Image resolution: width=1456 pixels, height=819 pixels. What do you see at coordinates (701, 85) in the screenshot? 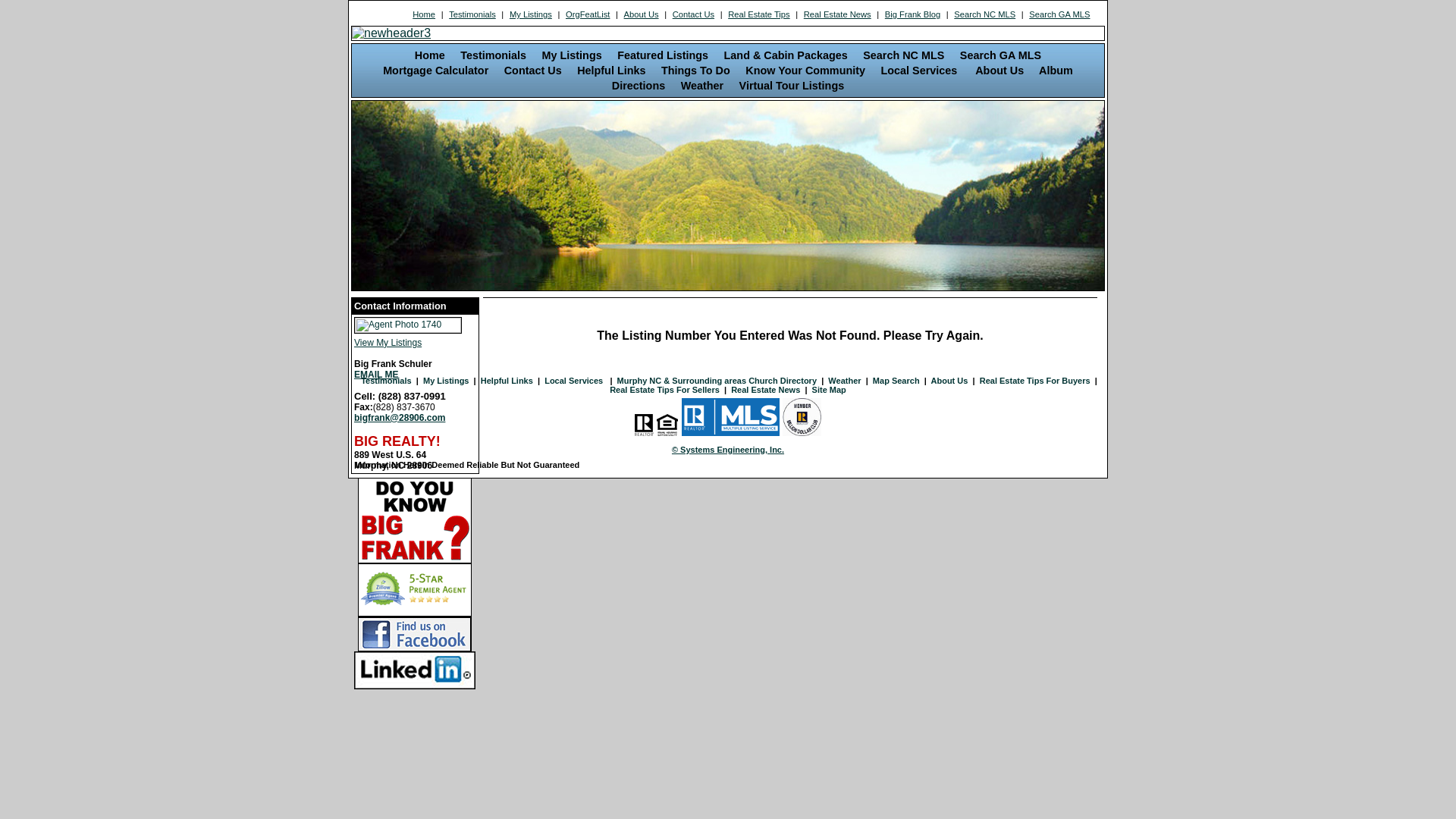
I see `'Weather'` at bounding box center [701, 85].